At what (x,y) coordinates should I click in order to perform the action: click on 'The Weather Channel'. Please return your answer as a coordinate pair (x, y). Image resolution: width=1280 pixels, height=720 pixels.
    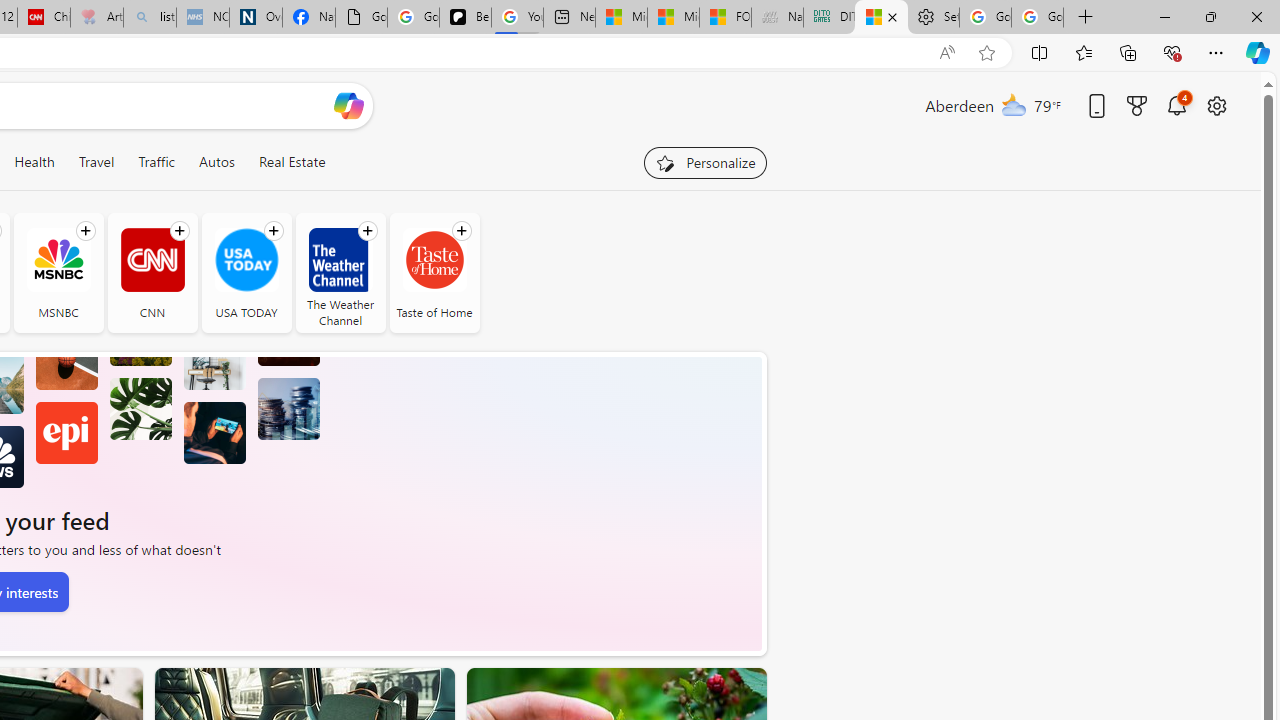
    Looking at the image, I should click on (340, 259).